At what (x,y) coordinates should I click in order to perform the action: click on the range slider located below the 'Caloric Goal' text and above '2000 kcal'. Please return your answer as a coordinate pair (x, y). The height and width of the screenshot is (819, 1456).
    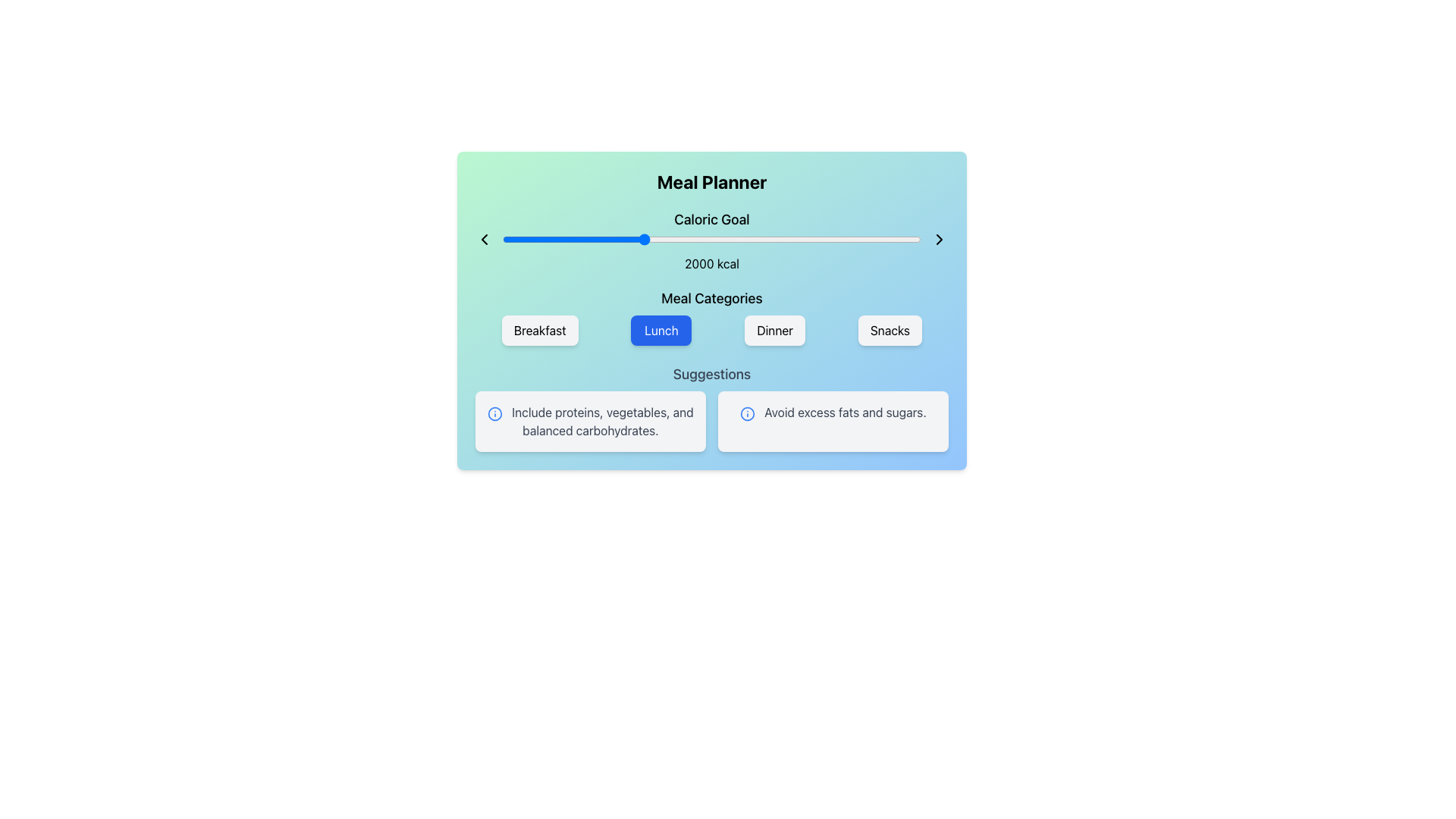
    Looking at the image, I should click on (711, 239).